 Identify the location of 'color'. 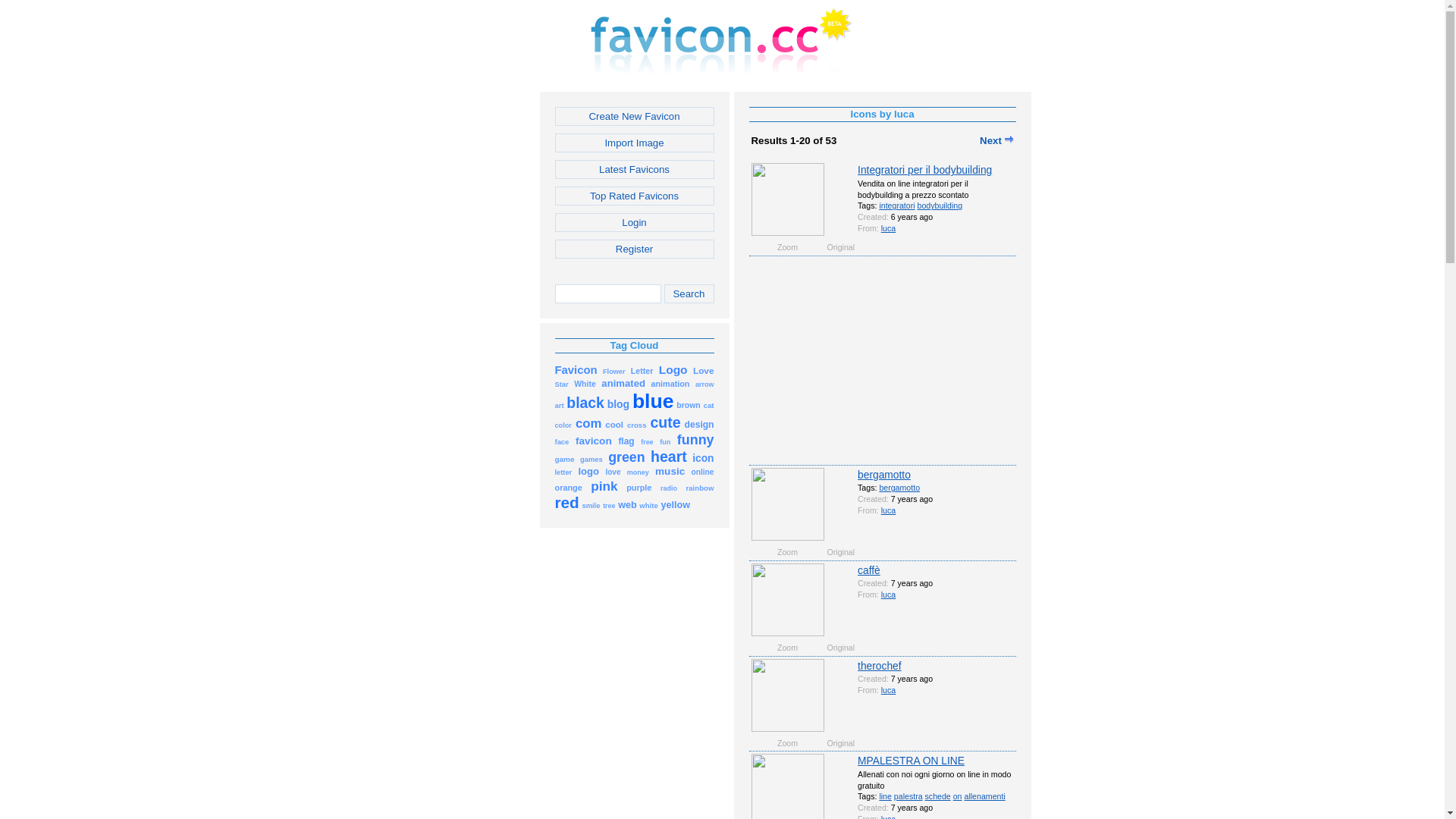
(563, 424).